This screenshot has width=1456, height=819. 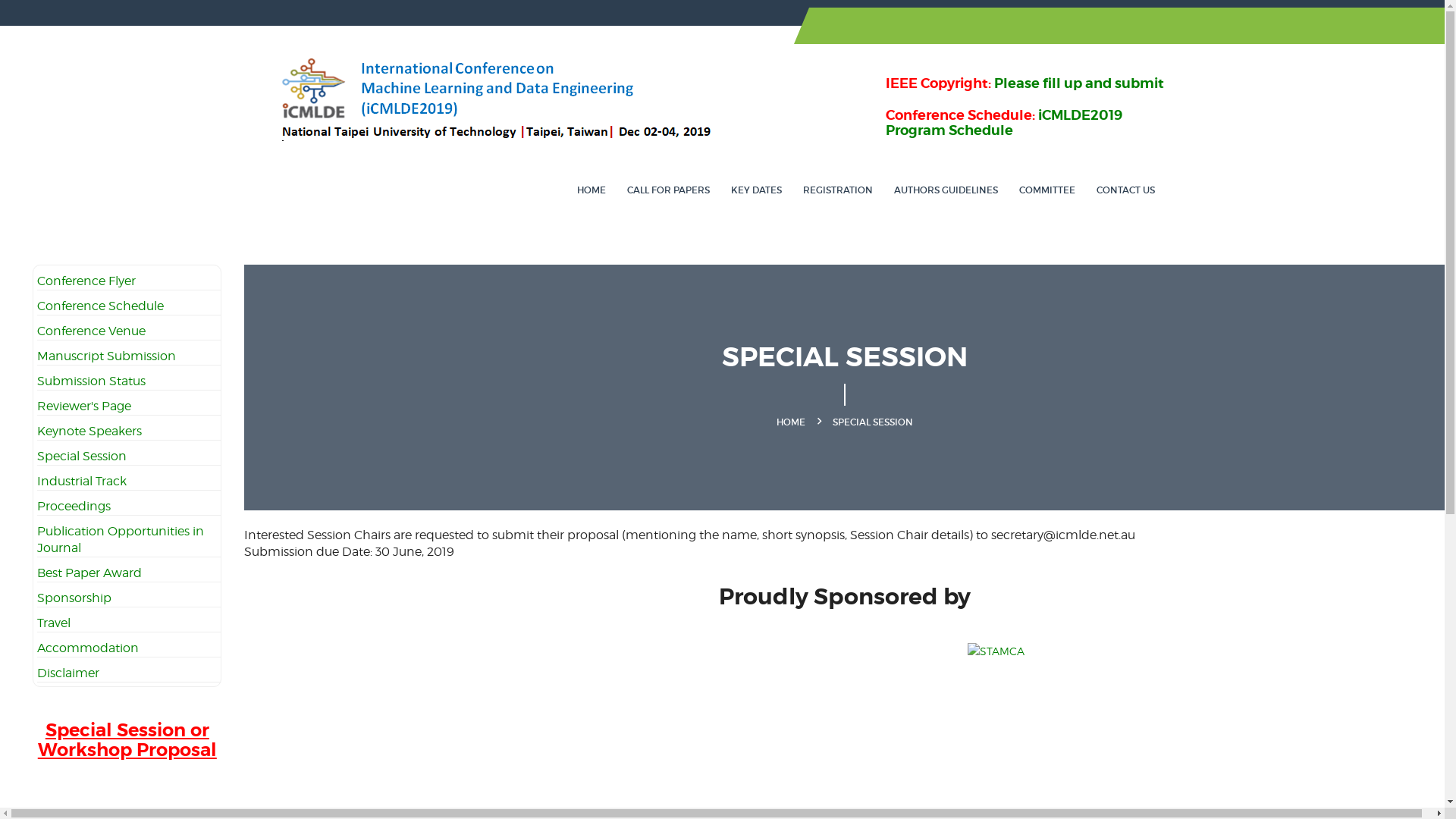 I want to click on 'Conference Venue', so click(x=90, y=330).